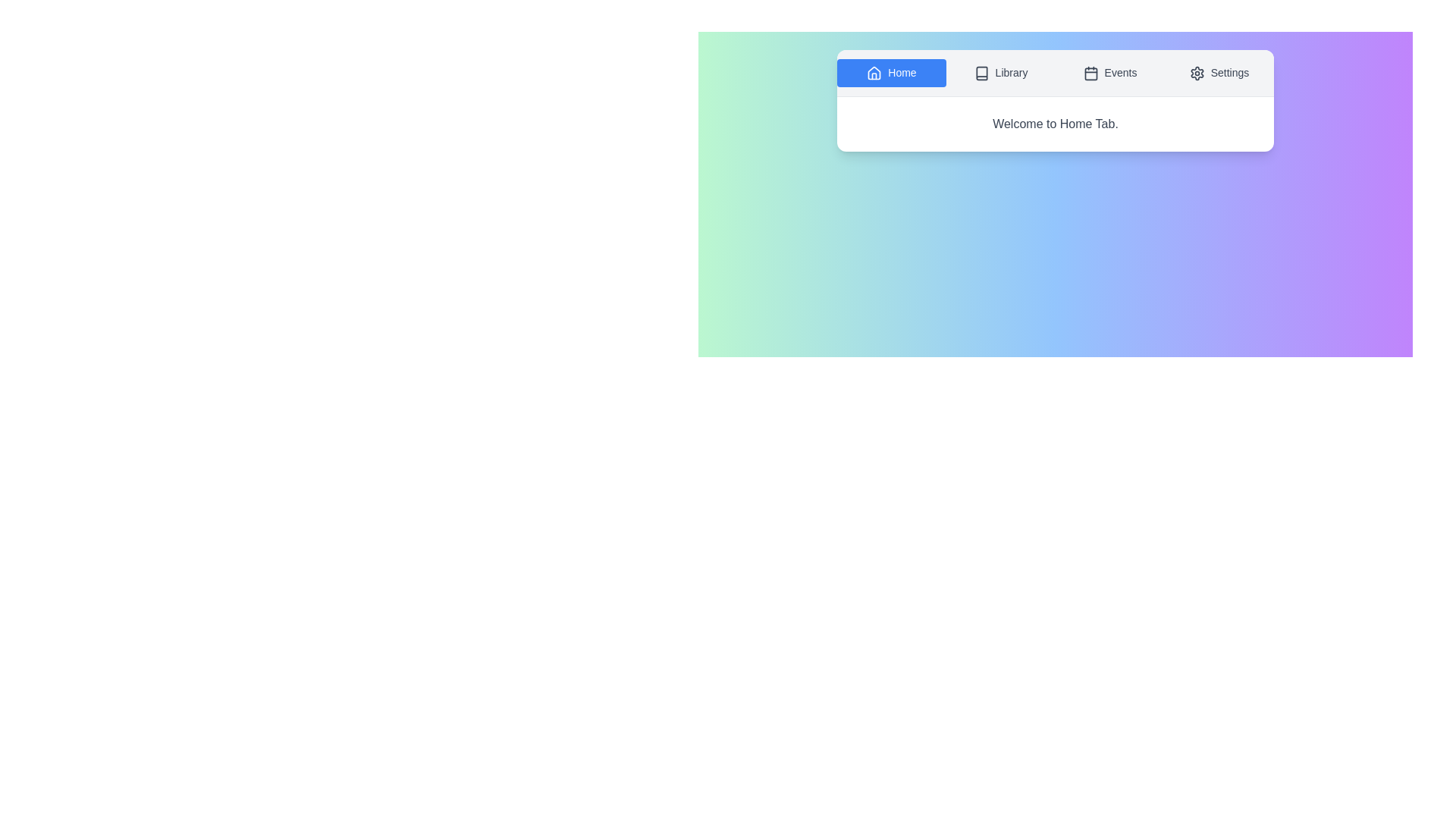 This screenshot has height=819, width=1456. Describe the element at coordinates (1090, 74) in the screenshot. I see `the 'Events' icon located in the top navigation bar, which is the third button from the left and positioned before the label text 'Events'` at that location.